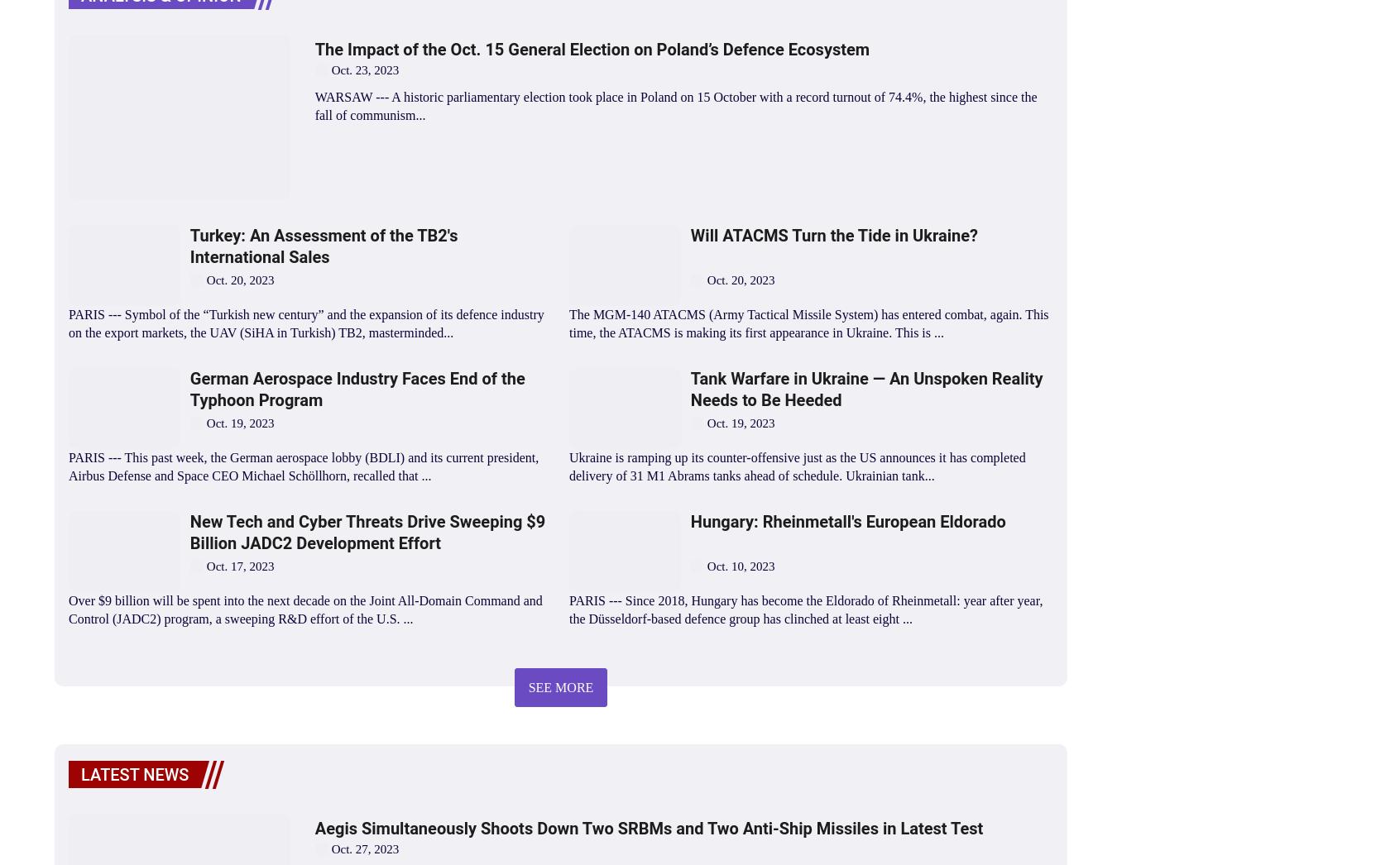 This screenshot has width=1400, height=865. I want to click on 'German Aerospace Industry Faces End of the Typhoon Program', so click(356, 387).